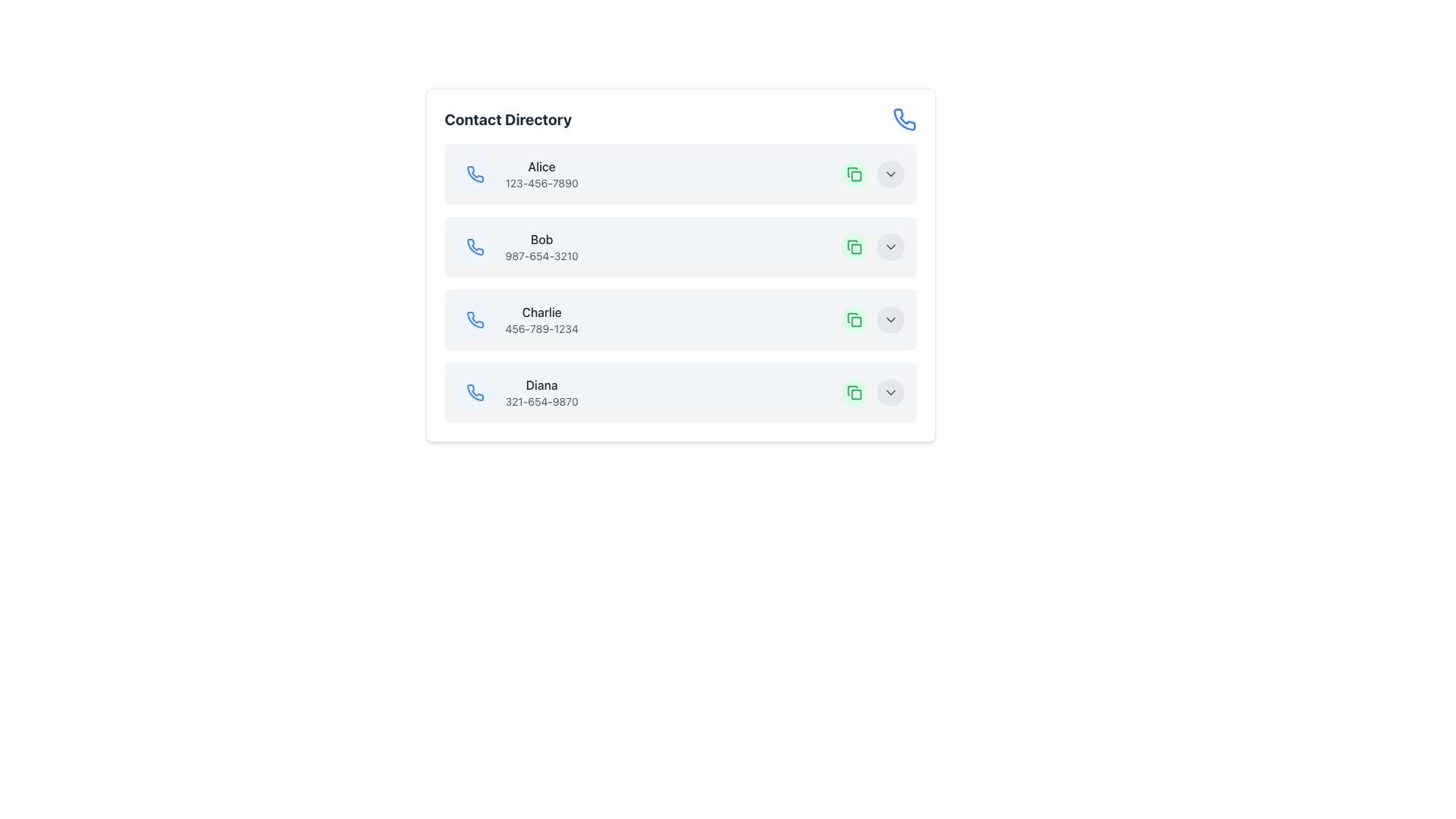 Image resolution: width=1456 pixels, height=819 pixels. I want to click on contact name displayed in the top text of the fourth entry in the vertically arranged list, which is located directly above the phone number '321-654-9870', so click(541, 384).